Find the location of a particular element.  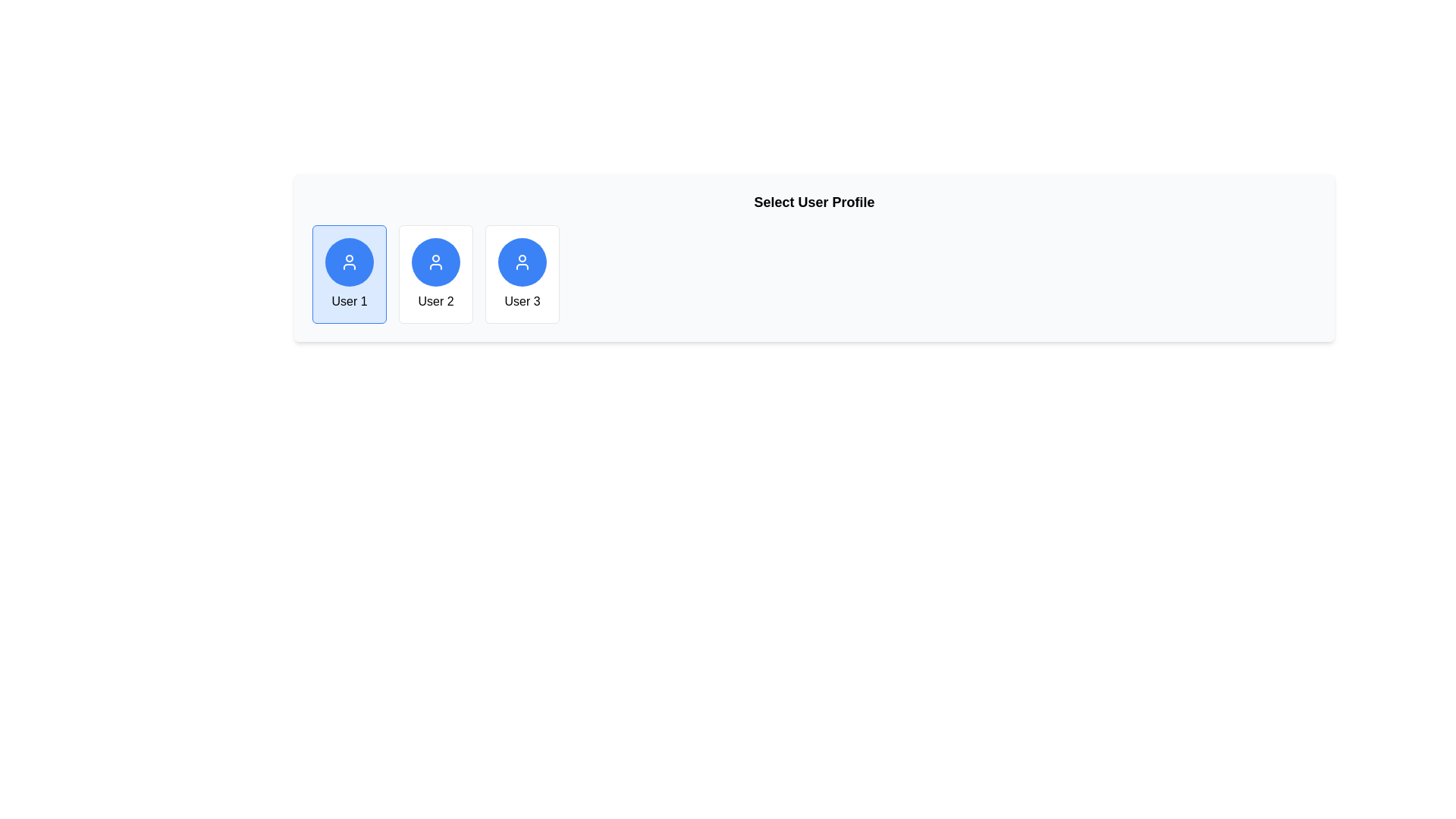

text label describing the user profile located below the circular user icon in the first card among three similar cards arranged horizontally is located at coordinates (348, 301).